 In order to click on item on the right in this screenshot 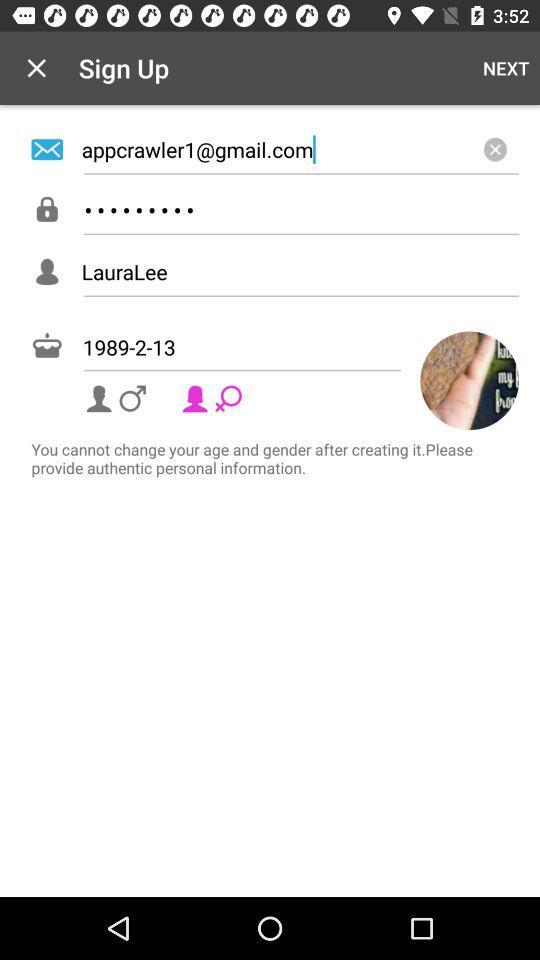, I will do `click(469, 379)`.